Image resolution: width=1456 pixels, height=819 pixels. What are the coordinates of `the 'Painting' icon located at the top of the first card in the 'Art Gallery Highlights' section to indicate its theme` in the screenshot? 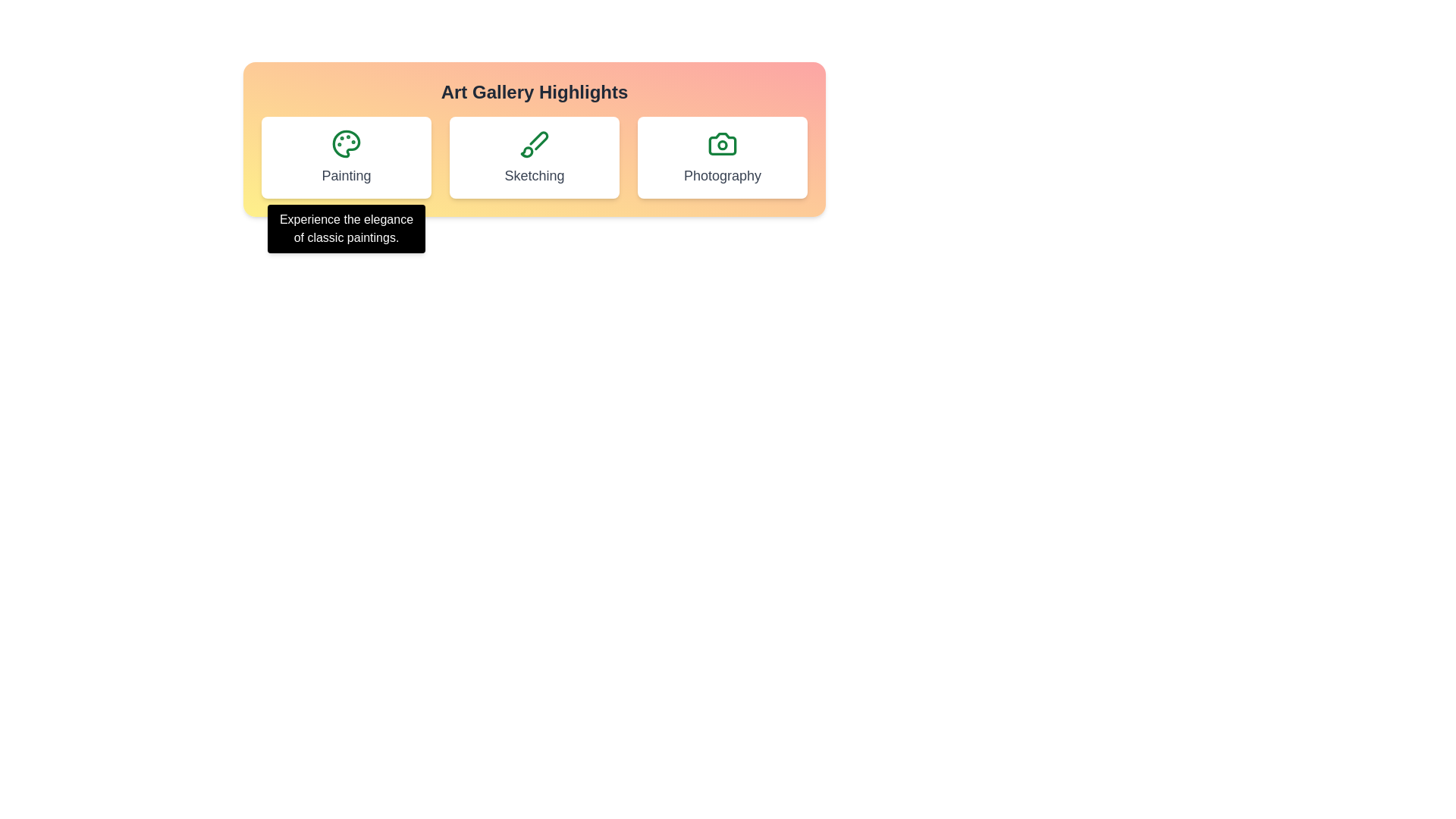 It's located at (345, 143).